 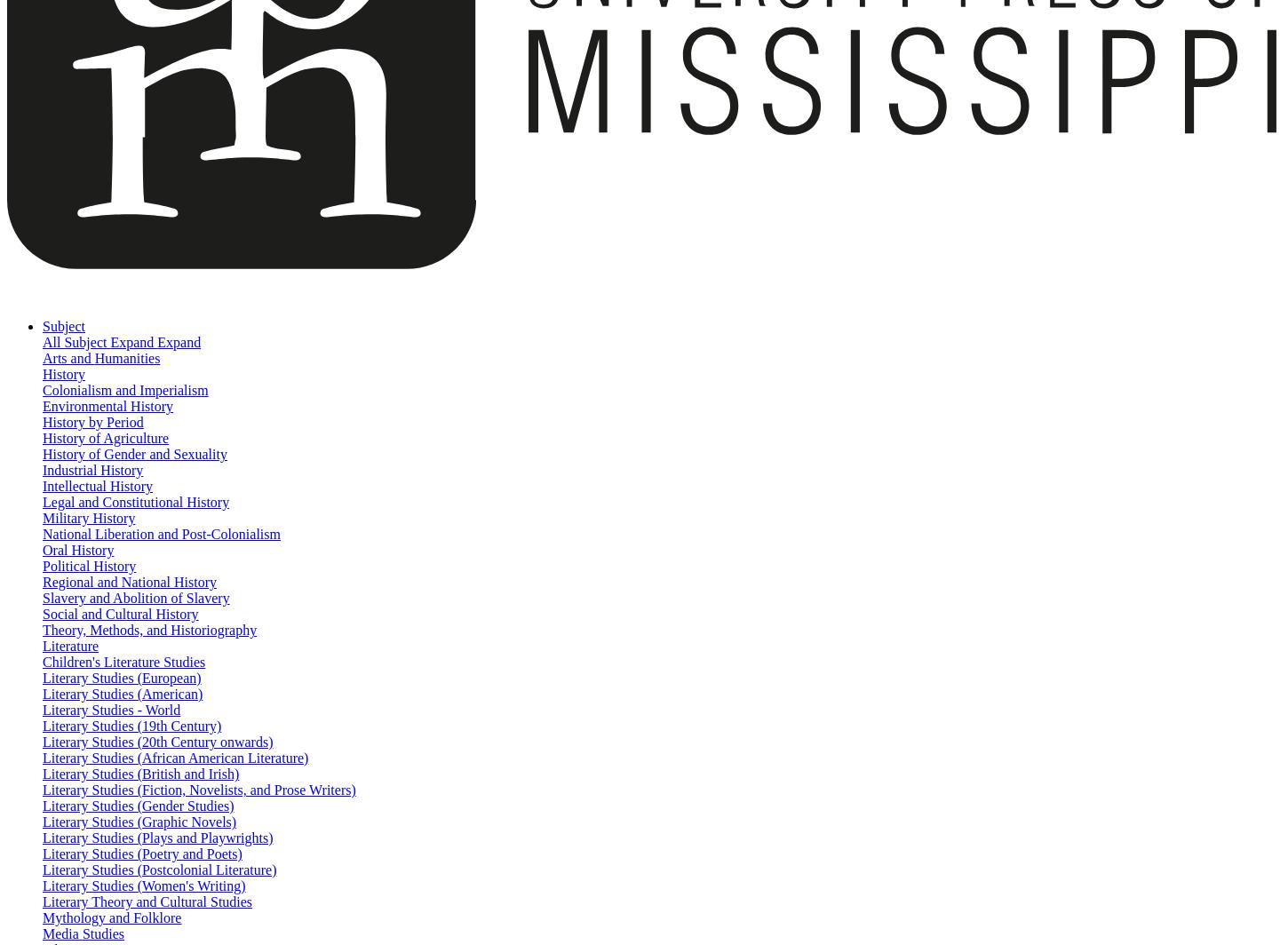 What do you see at coordinates (134, 502) in the screenshot?
I see `'Legal and Constitutional History'` at bounding box center [134, 502].